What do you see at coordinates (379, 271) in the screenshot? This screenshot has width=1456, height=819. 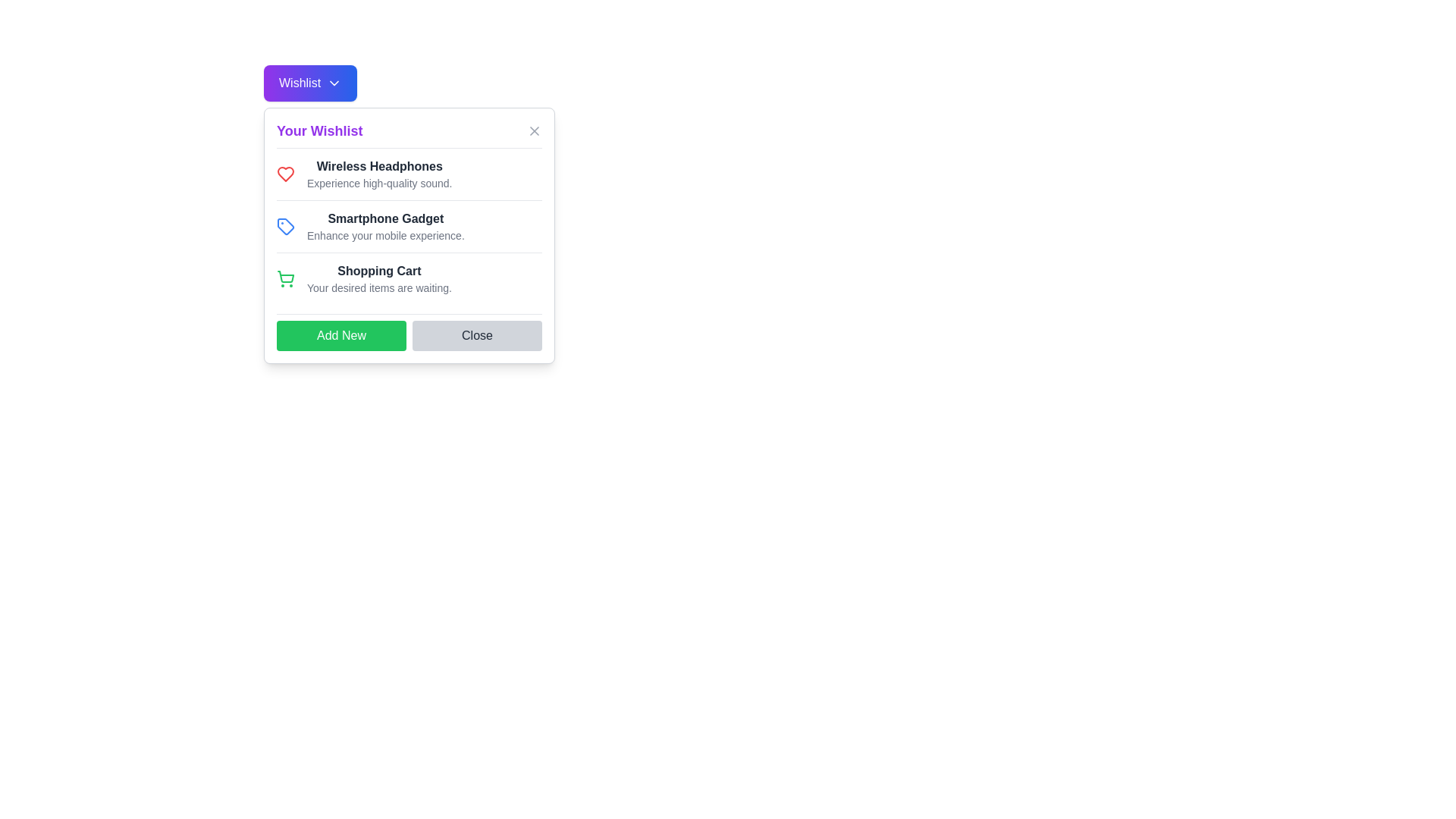 I see `the 'Shopping Cart' text label, which is styled in bold dark gray and serves as a header within a dialog box panel, positioned below the 'Smartphone Gadget' section` at bounding box center [379, 271].